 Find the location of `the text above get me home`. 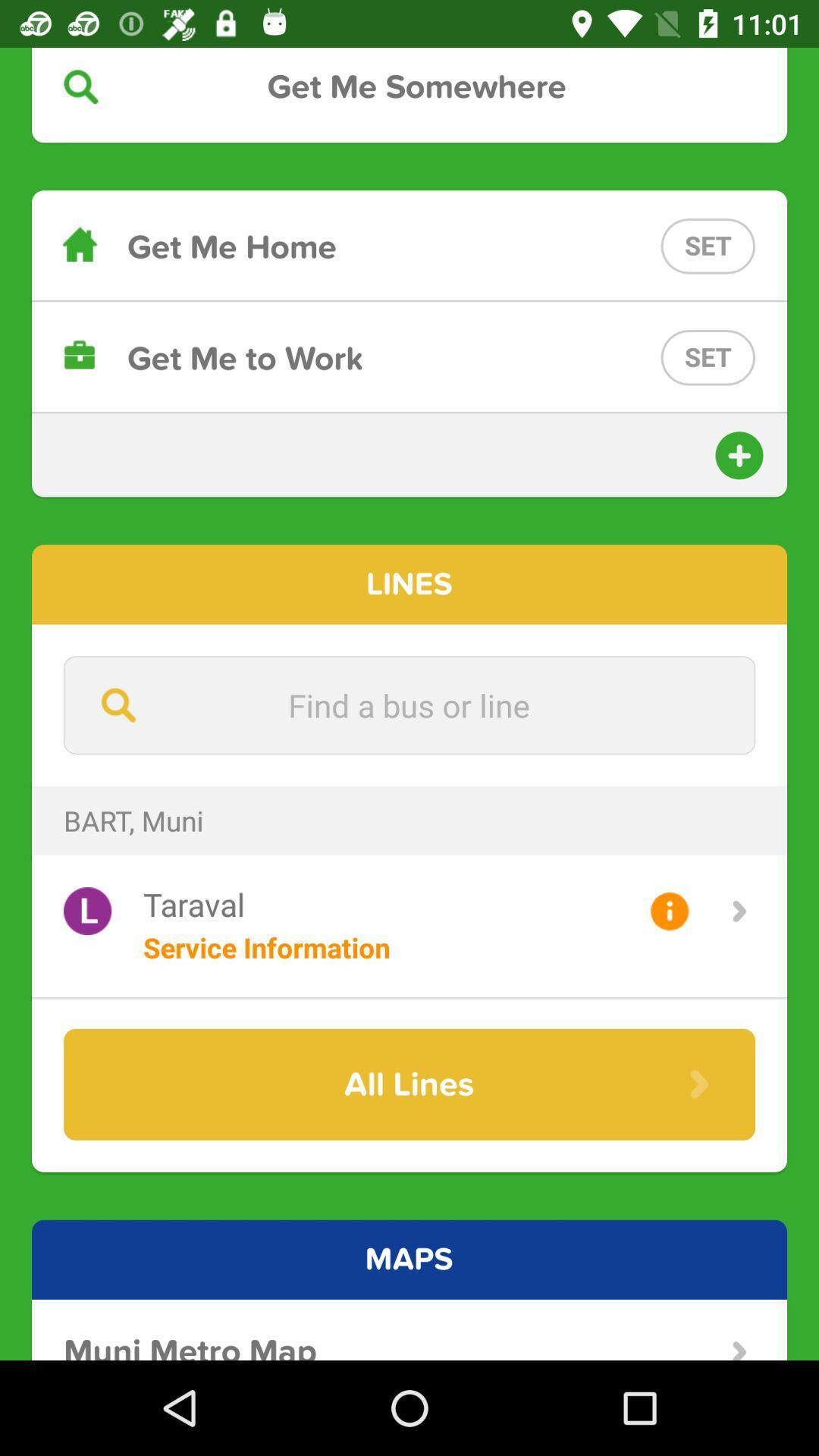

the text above get me home is located at coordinates (409, 86).